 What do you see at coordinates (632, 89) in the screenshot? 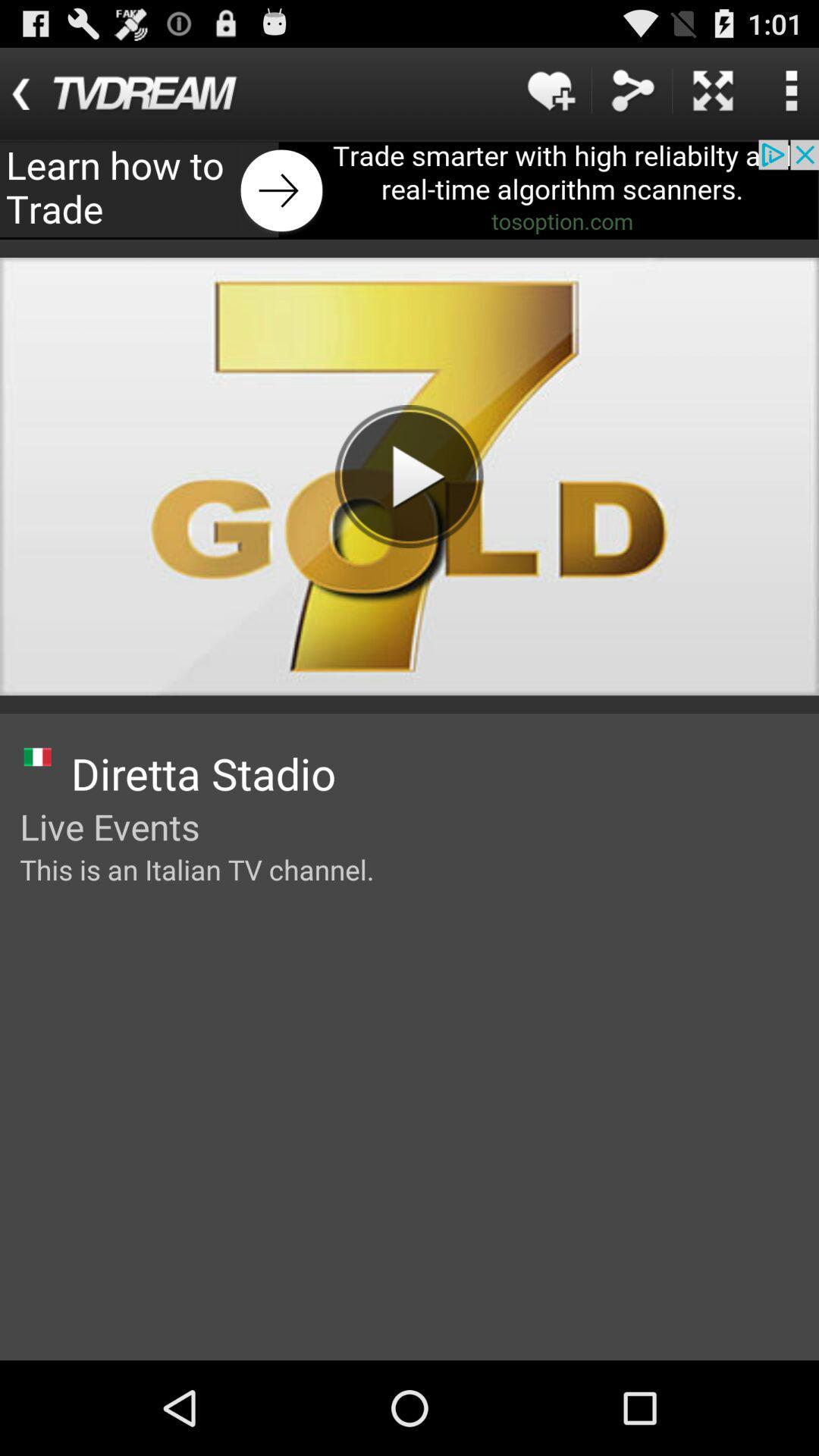
I see `share` at bounding box center [632, 89].